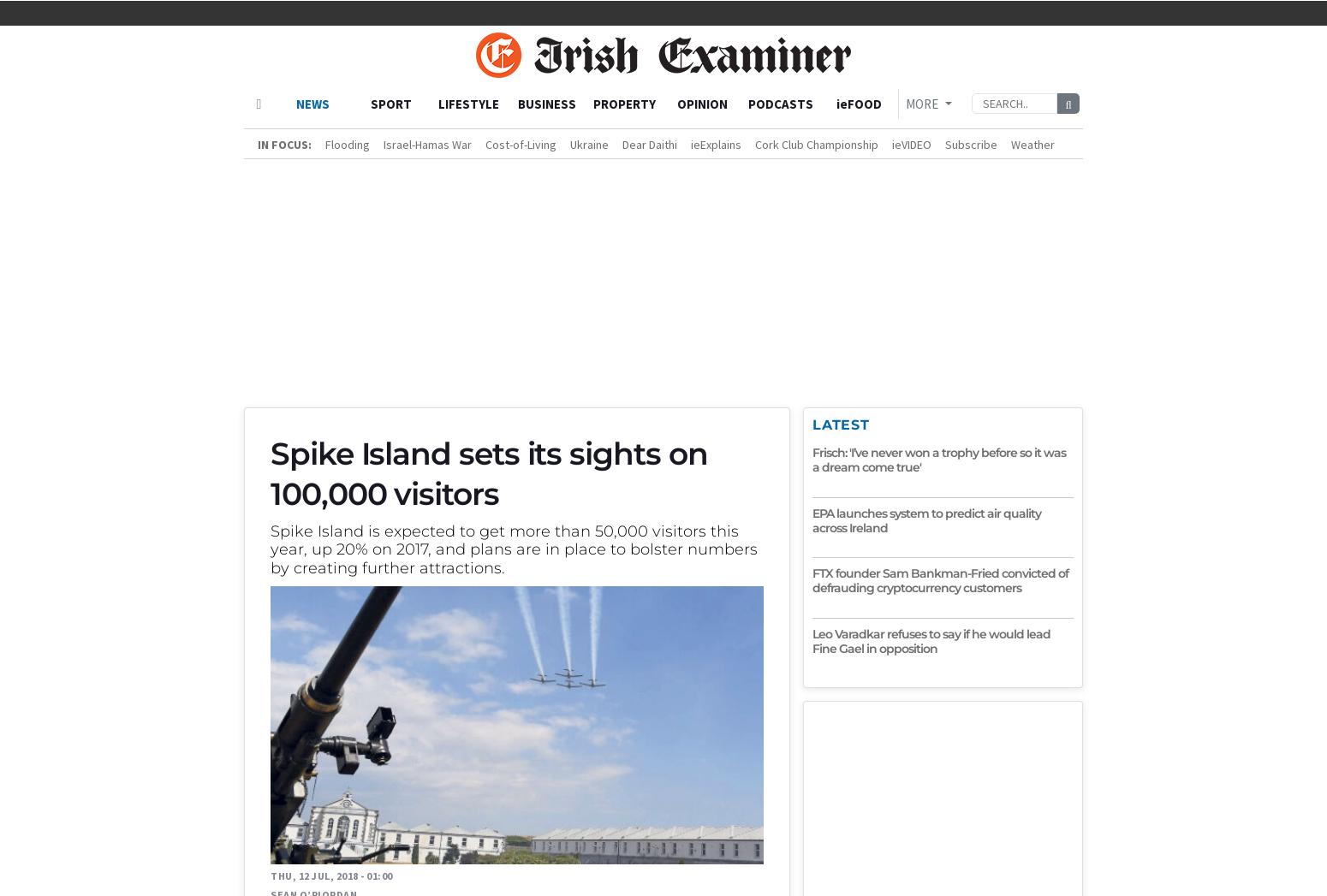  I want to click on 'He said the size and history of the 104-acre island could easily be overwhelming for anyone, but especially so for someone with a limited grasp of English. “So, using visual aids and multi-language print, audio, and video resources we want to create a space that opens up our stories to the entire world and make us a go-to destination for all international visitors.”', so click(521, 74).